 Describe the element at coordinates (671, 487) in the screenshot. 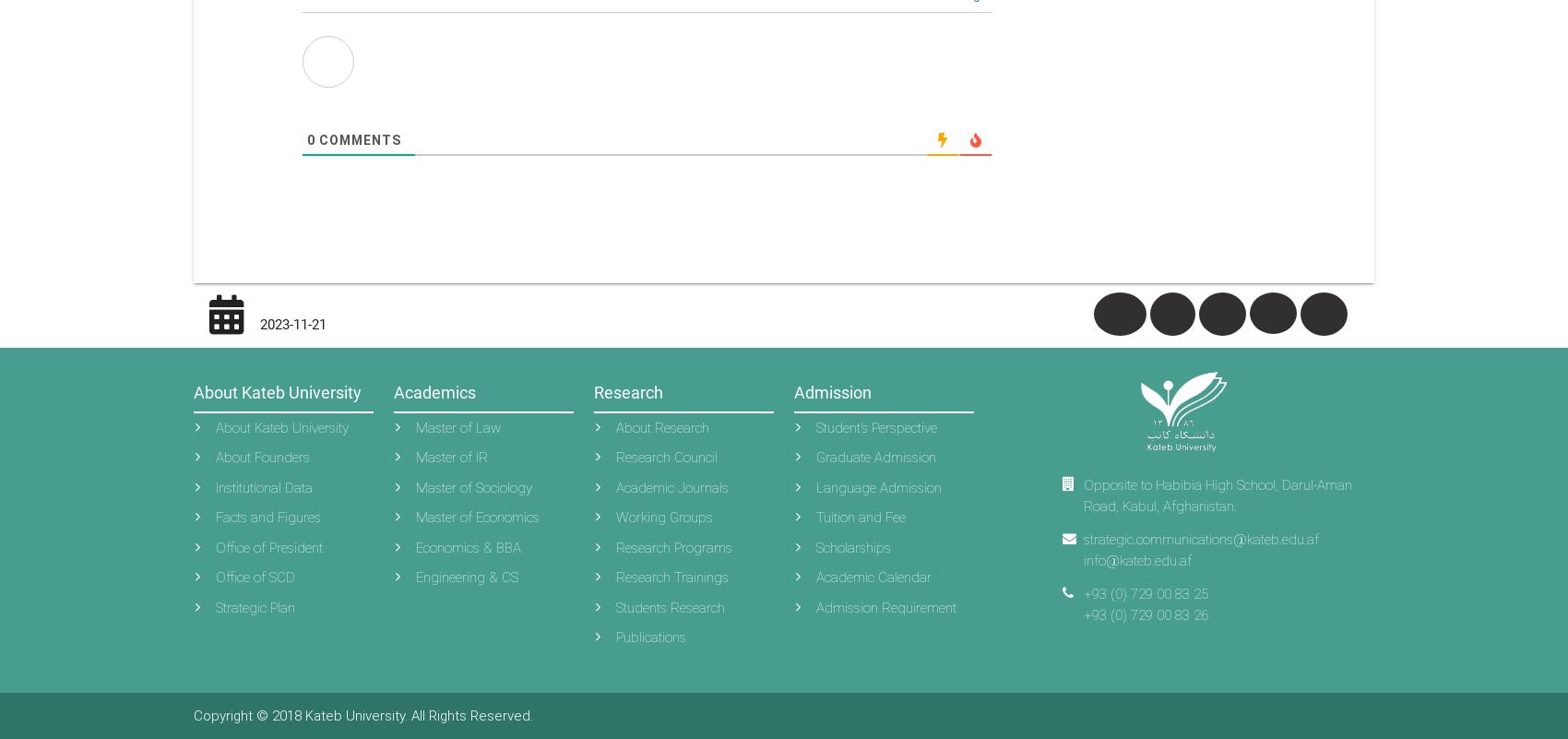

I see `'Academic Journals'` at that location.